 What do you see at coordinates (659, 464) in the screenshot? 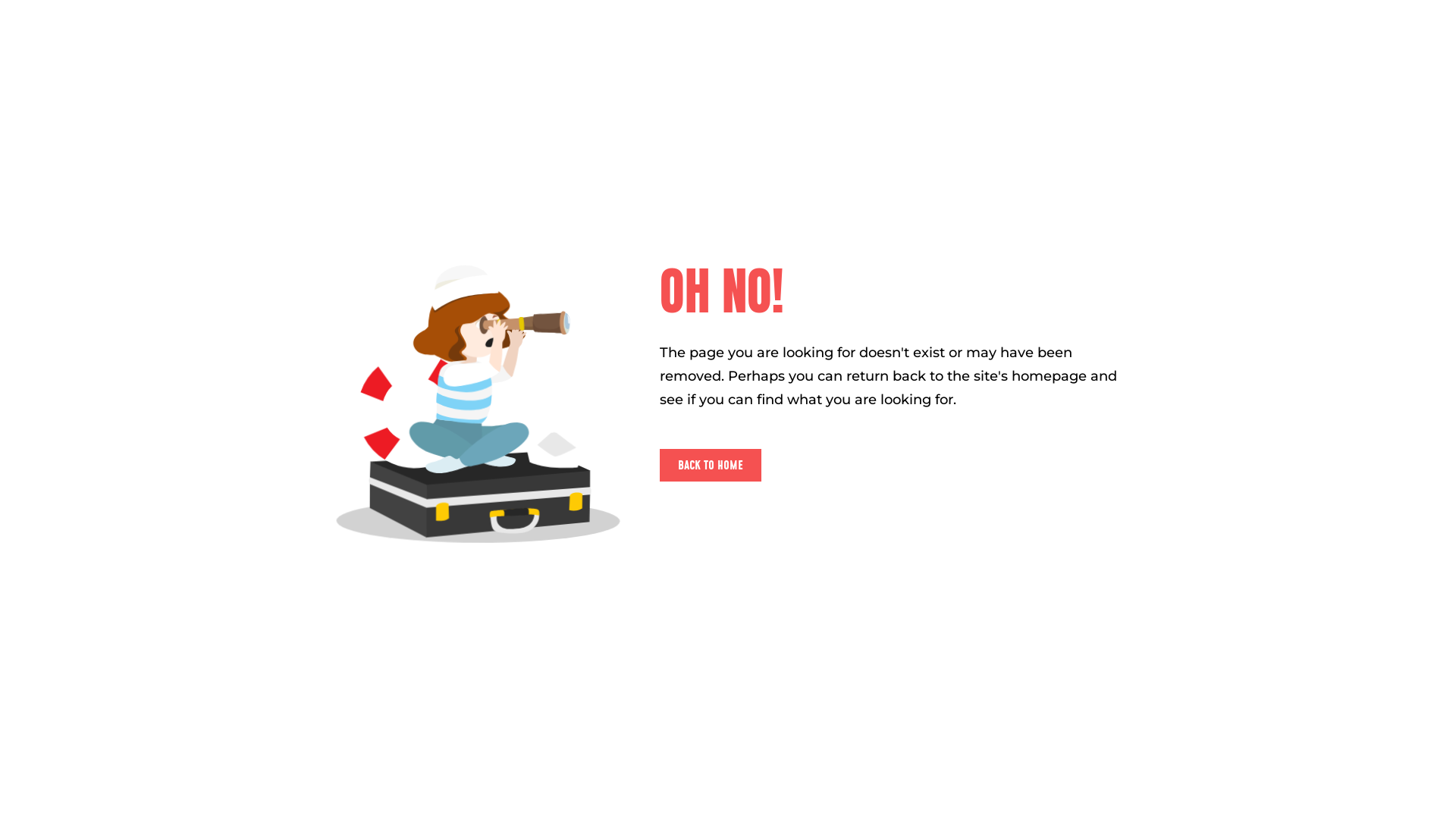
I see `'BACK TO HOME'` at bounding box center [659, 464].